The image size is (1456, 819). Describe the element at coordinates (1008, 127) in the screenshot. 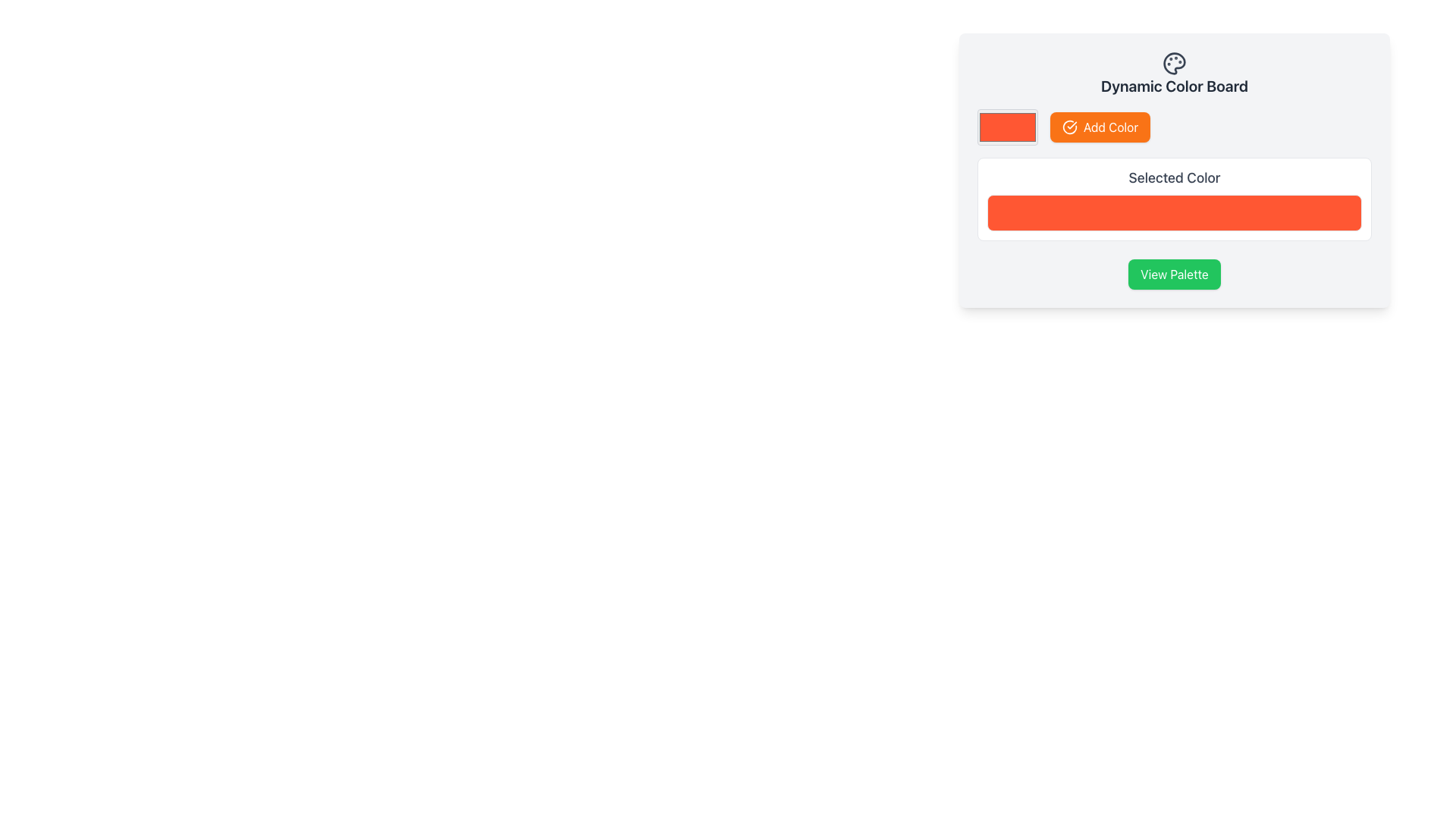

I see `the rectangular color picker input with a gray border and orange filling` at that location.